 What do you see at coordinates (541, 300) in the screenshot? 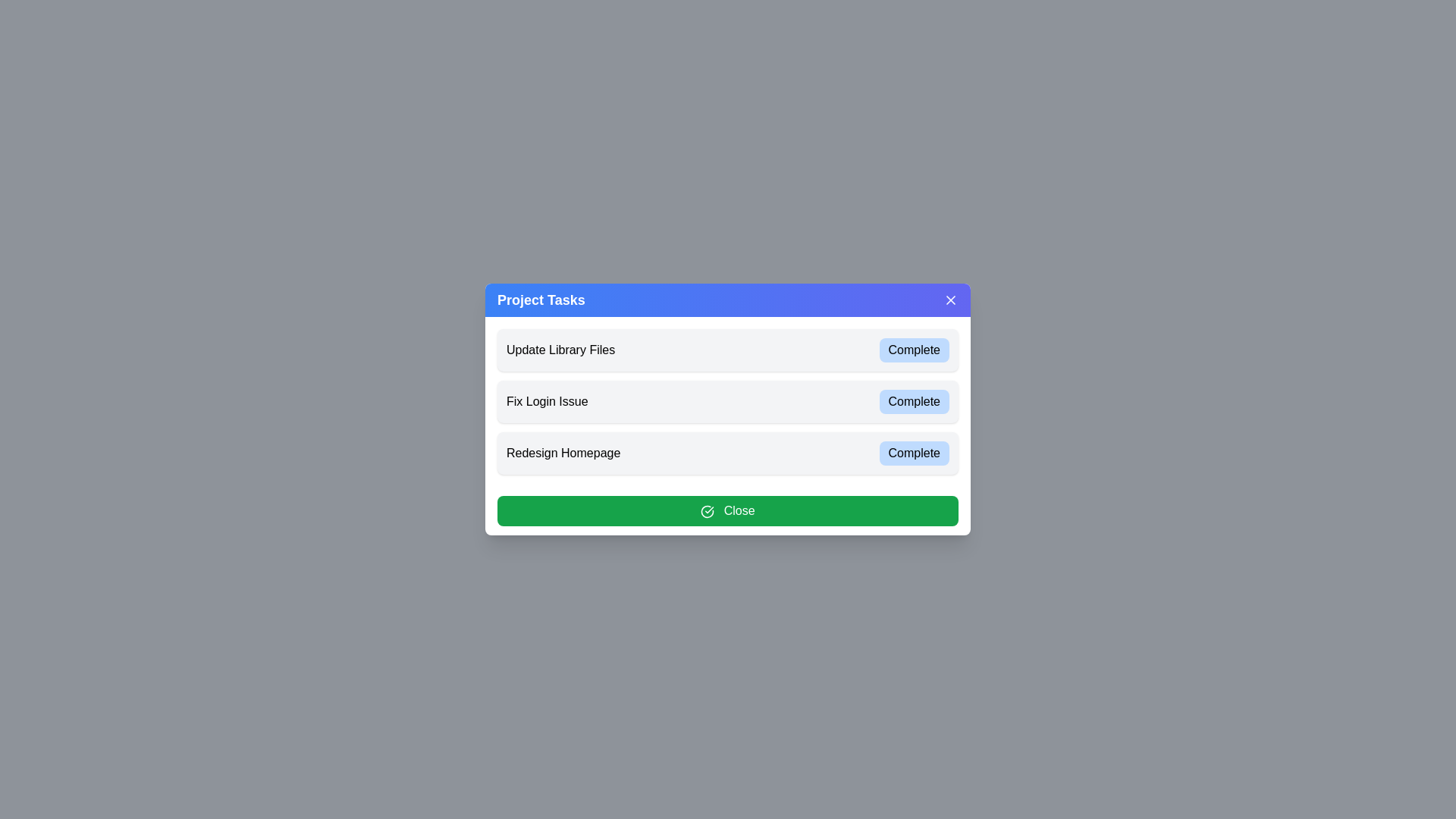
I see `text content of the heading label indicating the purpose or category of the project-related tasks, which is aligned to the left center within the top bar of the card component` at bounding box center [541, 300].